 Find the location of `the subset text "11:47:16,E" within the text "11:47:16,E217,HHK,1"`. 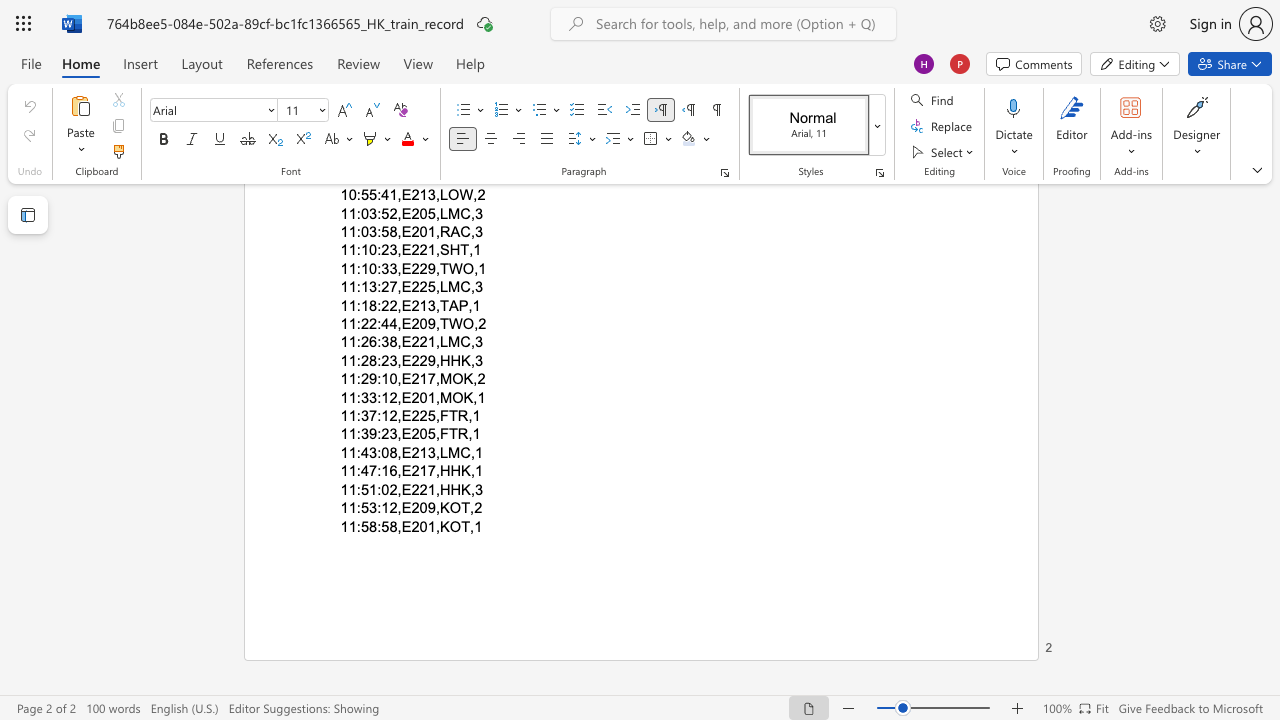

the subset text "11:47:16,E" within the text "11:47:16,E217,HHK,1" is located at coordinates (340, 471).